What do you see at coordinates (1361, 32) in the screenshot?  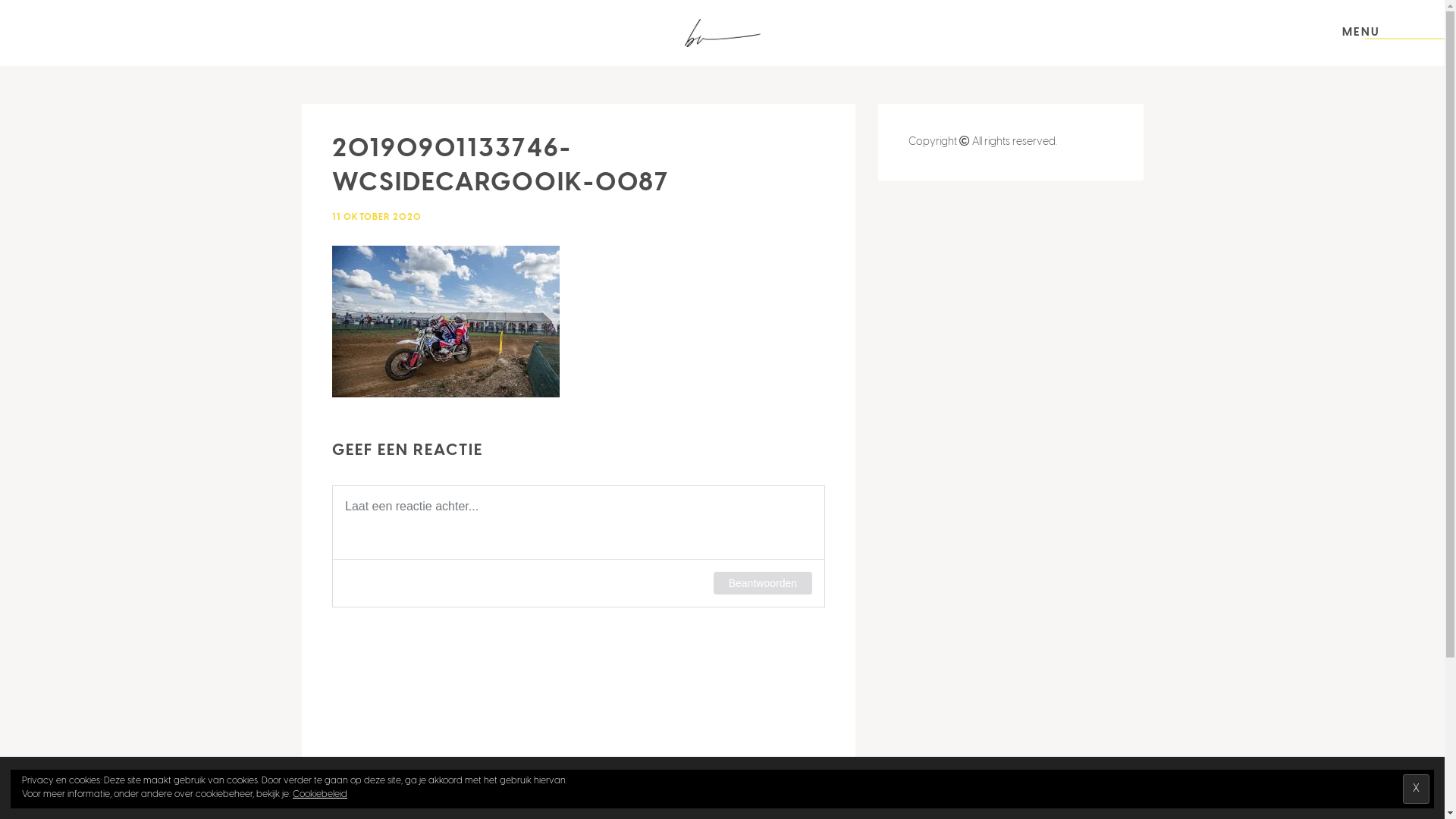 I see `'MENU'` at bounding box center [1361, 32].